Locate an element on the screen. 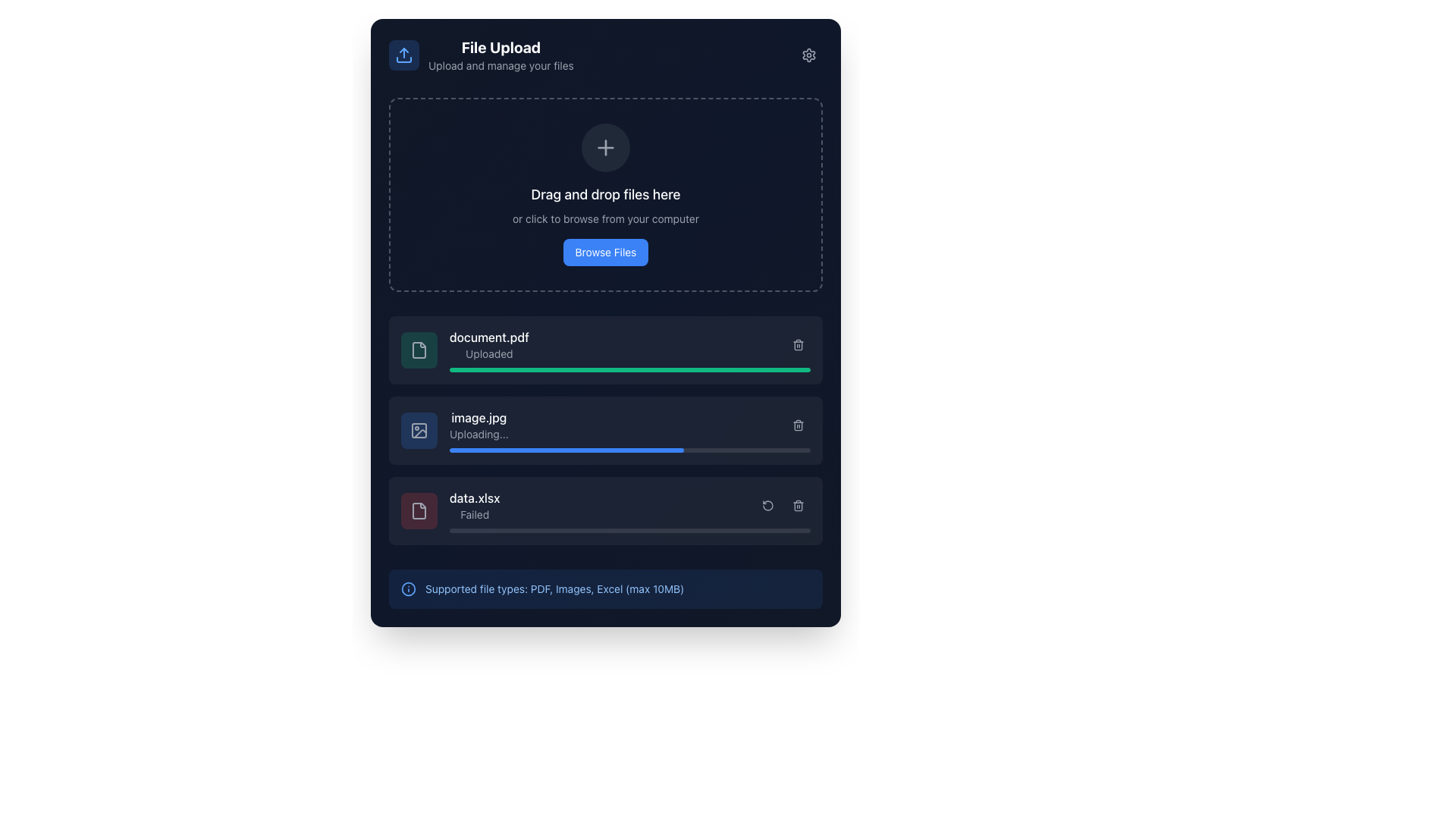 This screenshot has width=1456, height=819. the settings icon located in the top-right corner of the interface is located at coordinates (808, 55).